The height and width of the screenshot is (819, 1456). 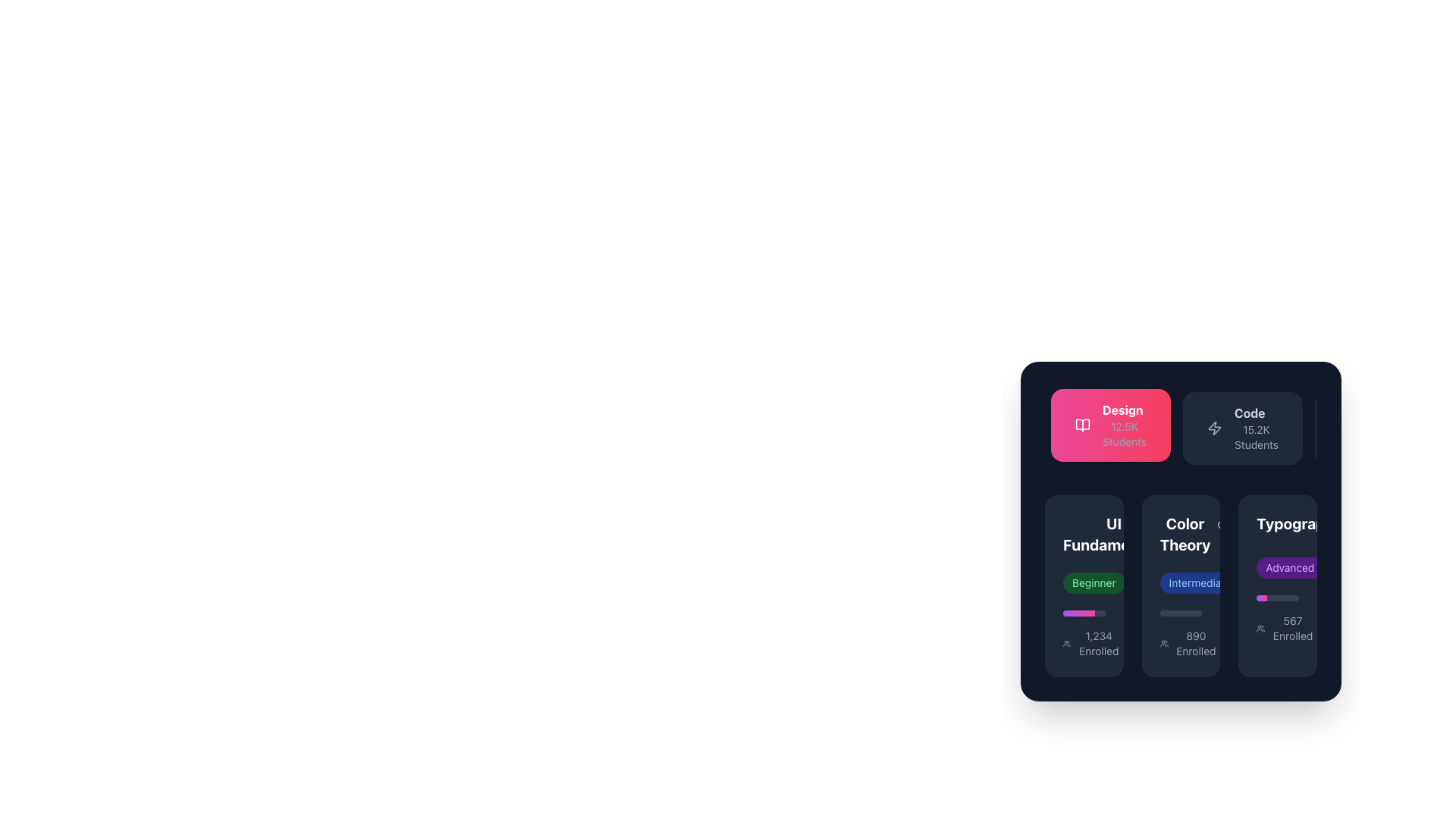 What do you see at coordinates (1289, 567) in the screenshot?
I see `the 'Advanced' label indicating the skill level in the 'Typography' section located in the lower-right corner of the interface` at bounding box center [1289, 567].